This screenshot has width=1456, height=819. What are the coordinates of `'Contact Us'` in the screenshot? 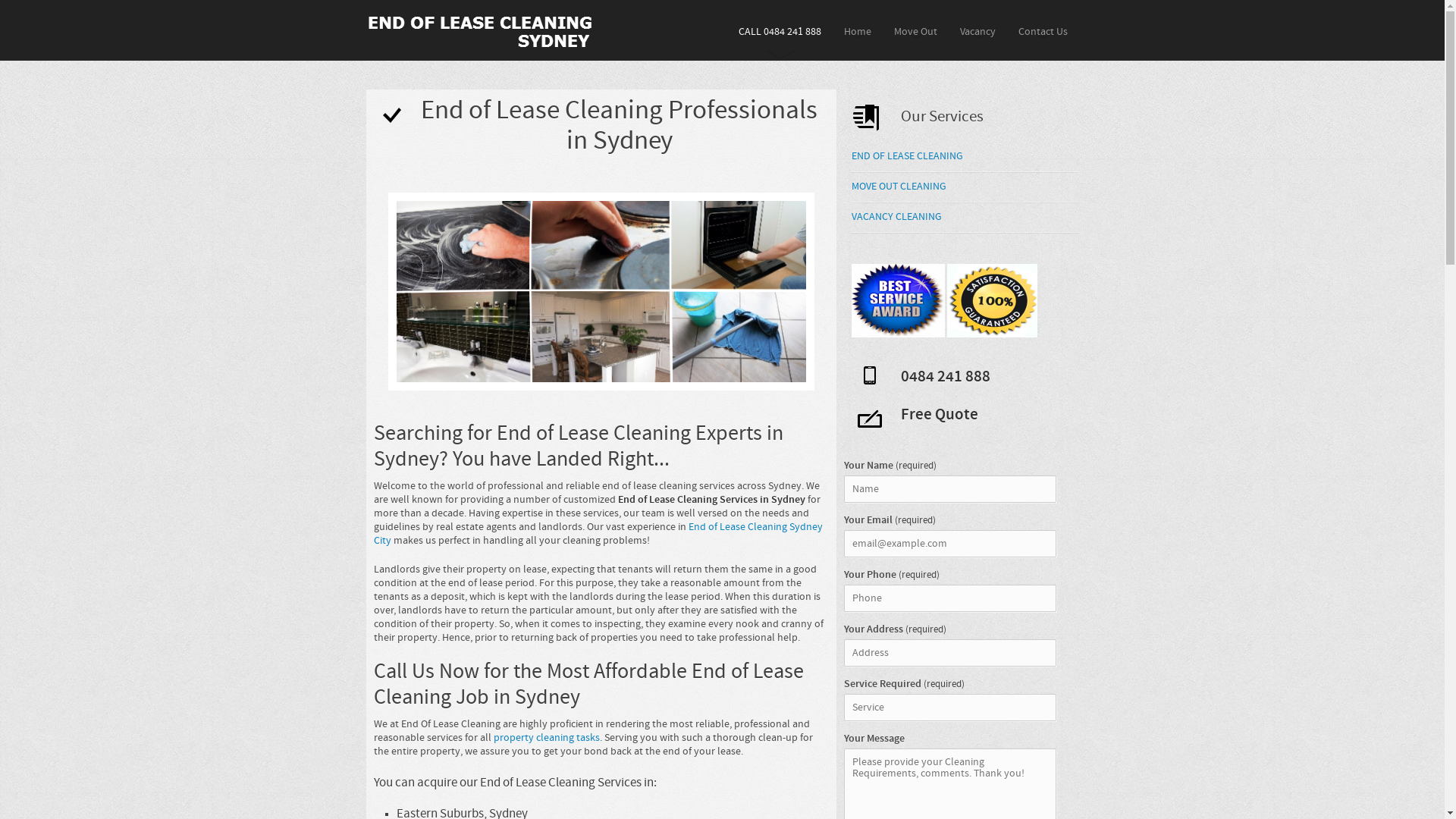 It's located at (1042, 29).